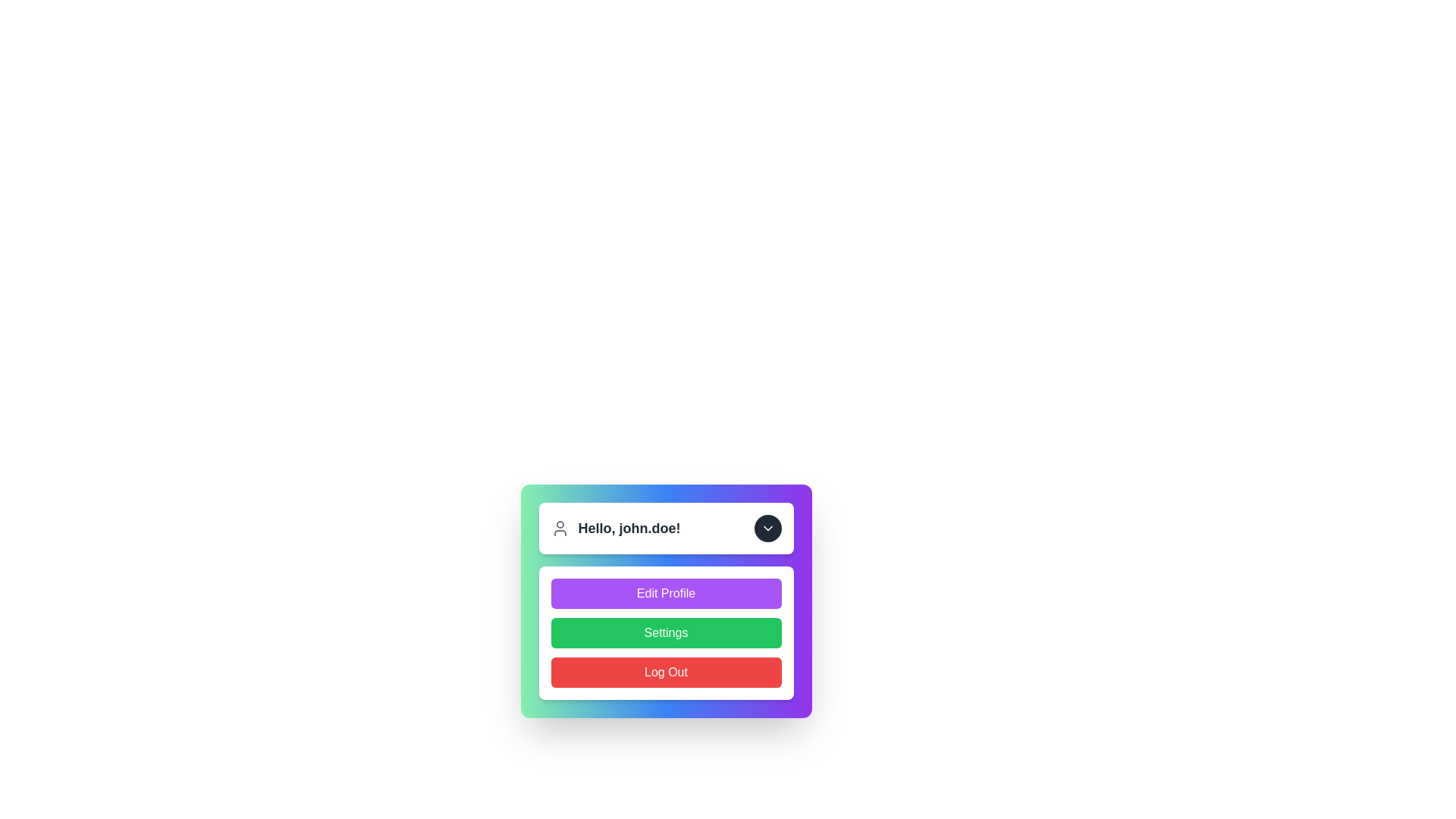 This screenshot has height=819, width=1456. I want to click on the downward-pointing chevron icon within the circular button located at the top right corner of the user menu, so click(767, 528).